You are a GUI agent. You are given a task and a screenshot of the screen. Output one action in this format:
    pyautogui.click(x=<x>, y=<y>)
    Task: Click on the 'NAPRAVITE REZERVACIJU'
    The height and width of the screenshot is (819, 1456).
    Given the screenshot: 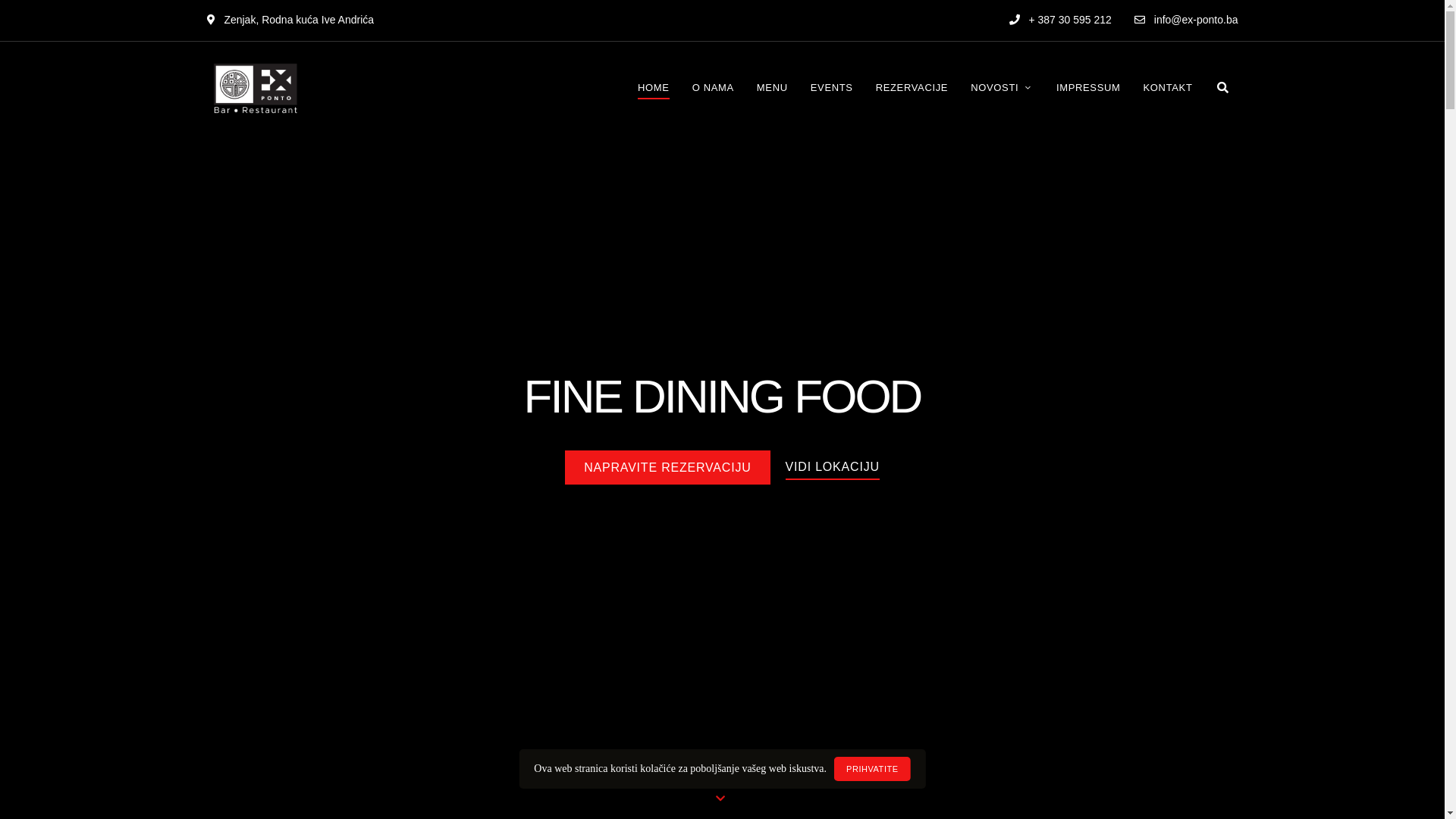 What is the action you would take?
    pyautogui.click(x=667, y=466)
    